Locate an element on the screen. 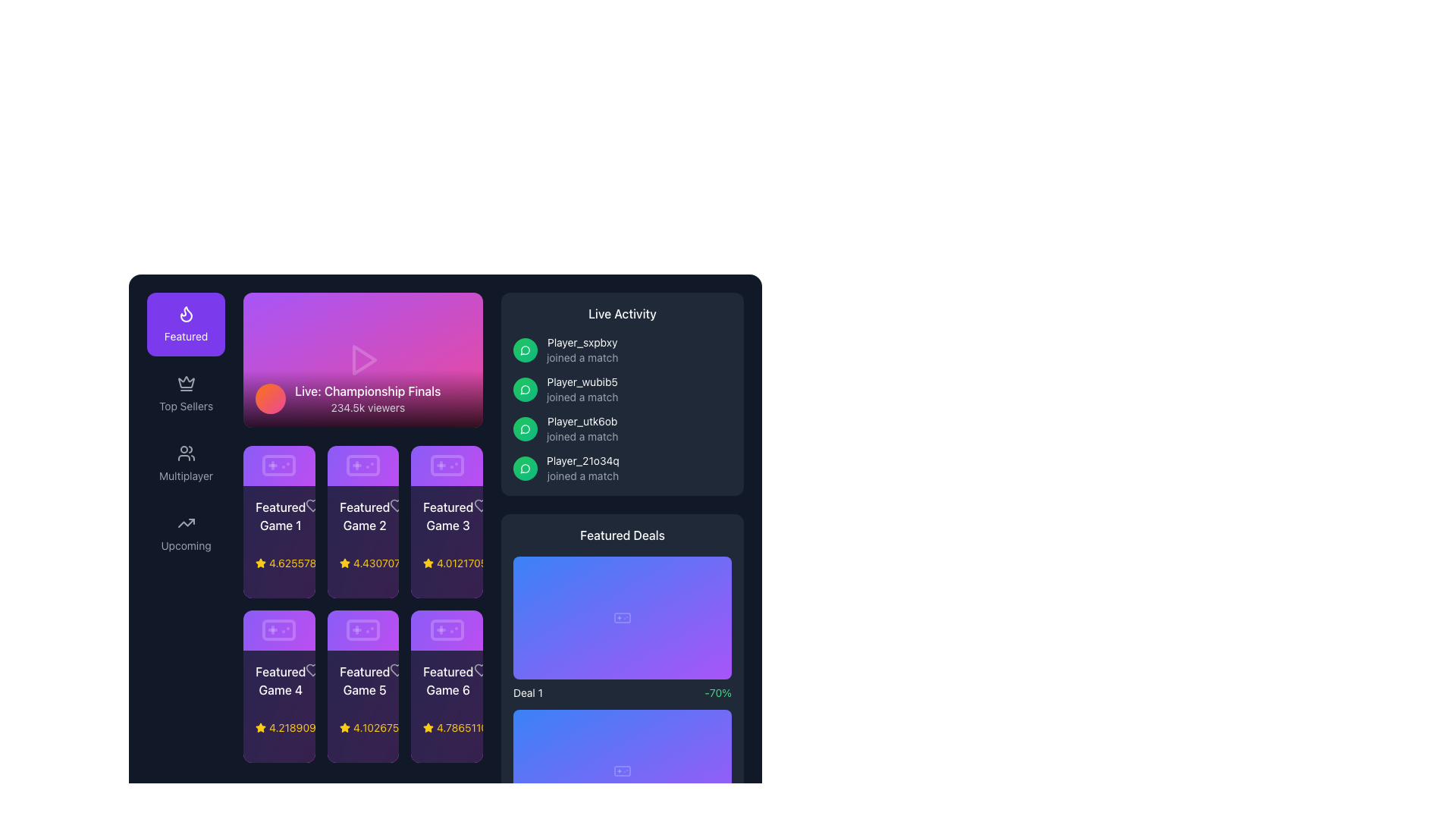 This screenshot has height=819, width=1456. the numerical rating display for 'Featured Game 6', which is the sixth element in a 3x2 grid of ratings located in the left section of the interface is located at coordinates (480, 727).